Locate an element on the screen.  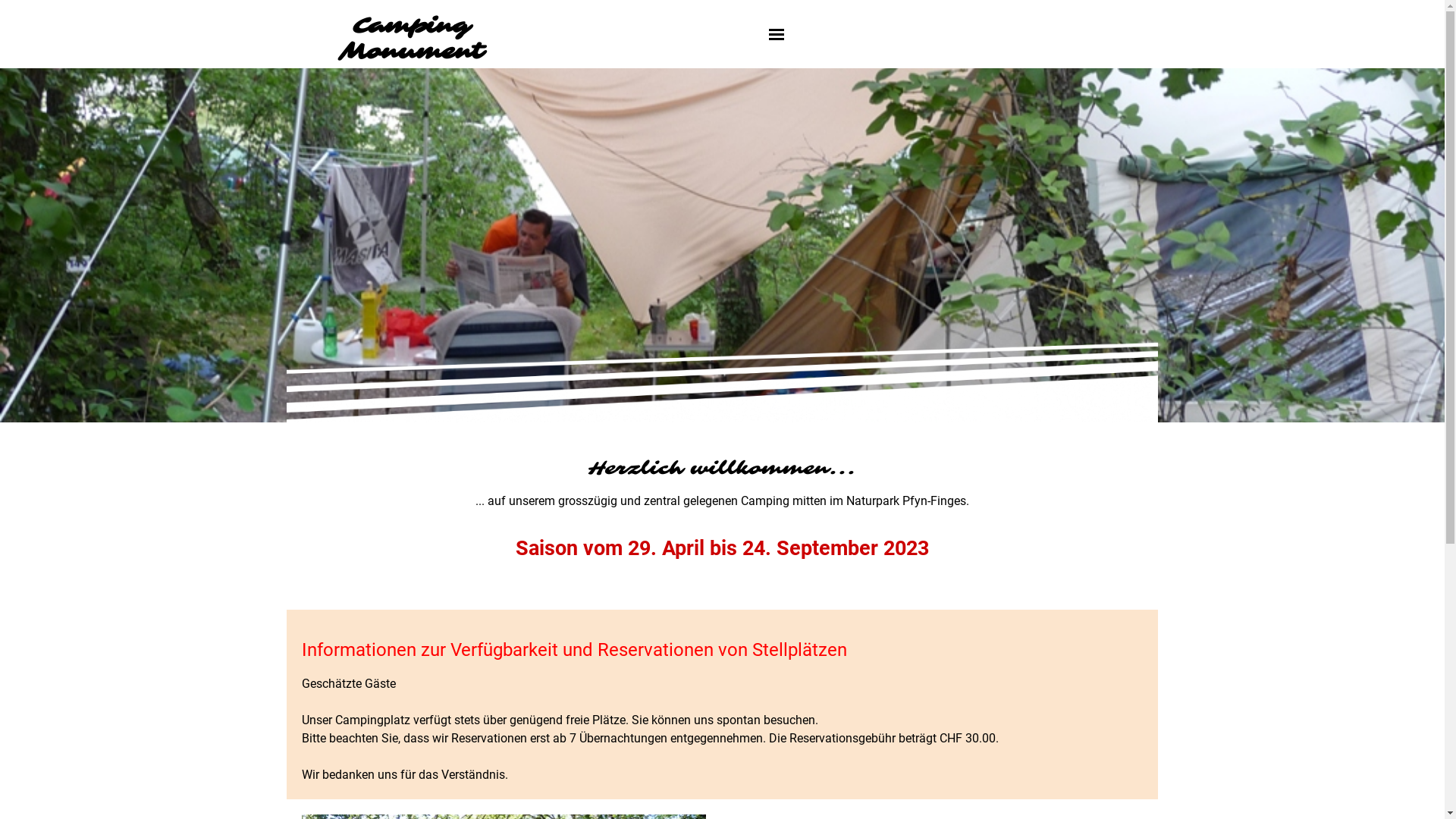
'Monument' is located at coordinates (411, 51).